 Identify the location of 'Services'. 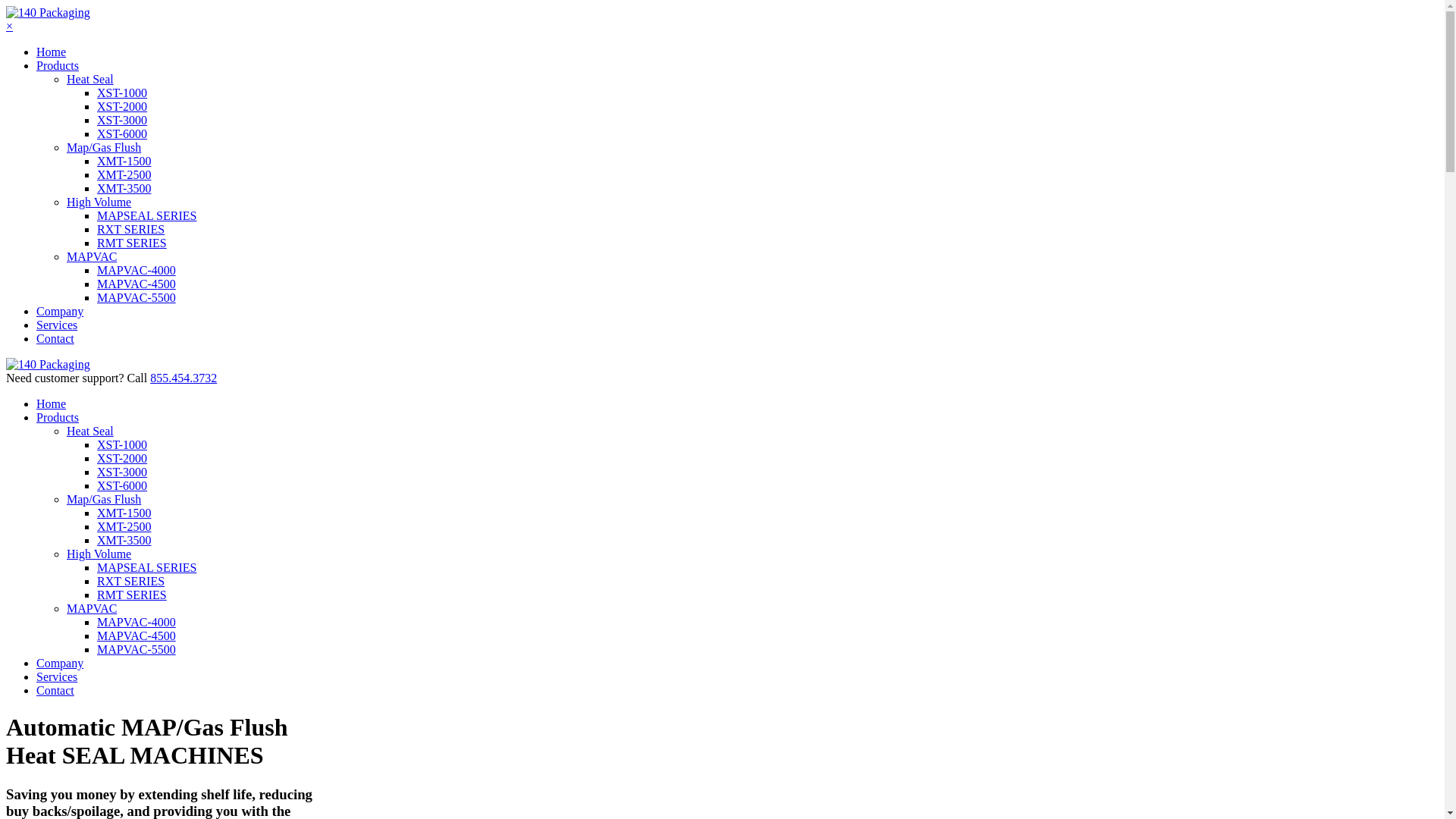
(57, 676).